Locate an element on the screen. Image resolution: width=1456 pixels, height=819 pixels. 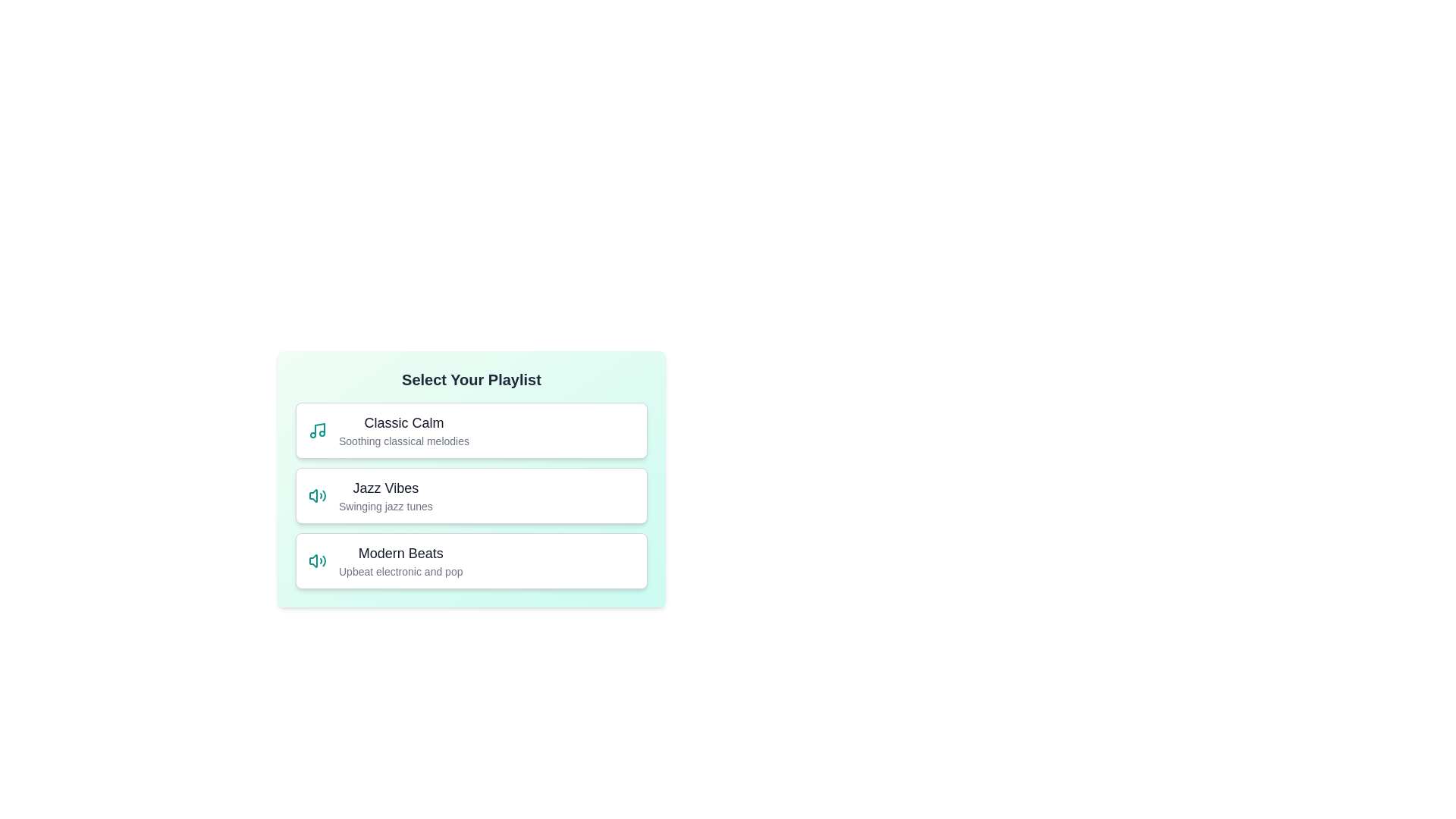
the text element displaying 'Soothing classical melodies' in small gray font, which is located beneath the heading 'Classic Calm' in the playlist selection box is located at coordinates (403, 441).